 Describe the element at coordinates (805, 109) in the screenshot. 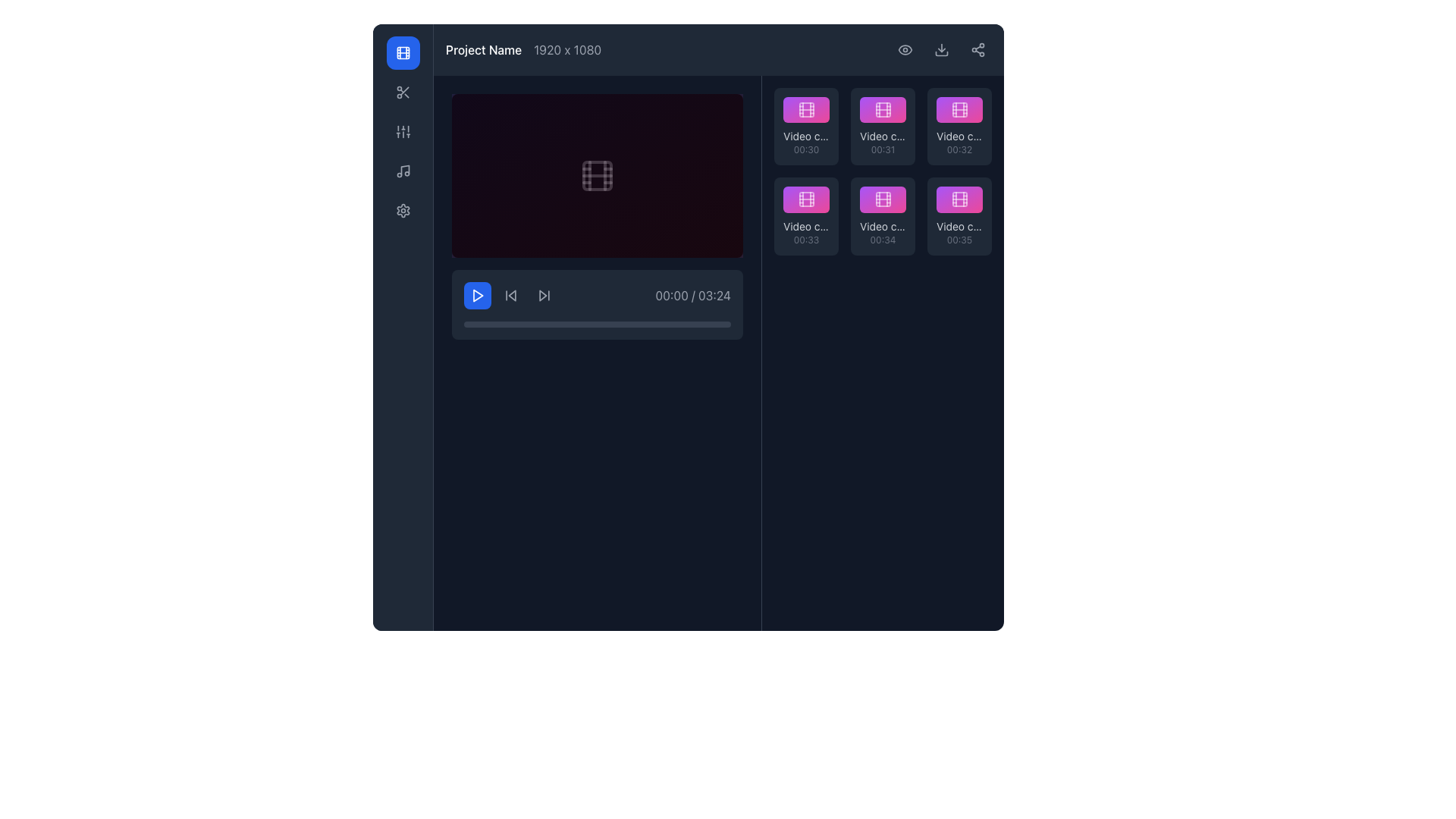

I see `the film icon within the tile button` at that location.